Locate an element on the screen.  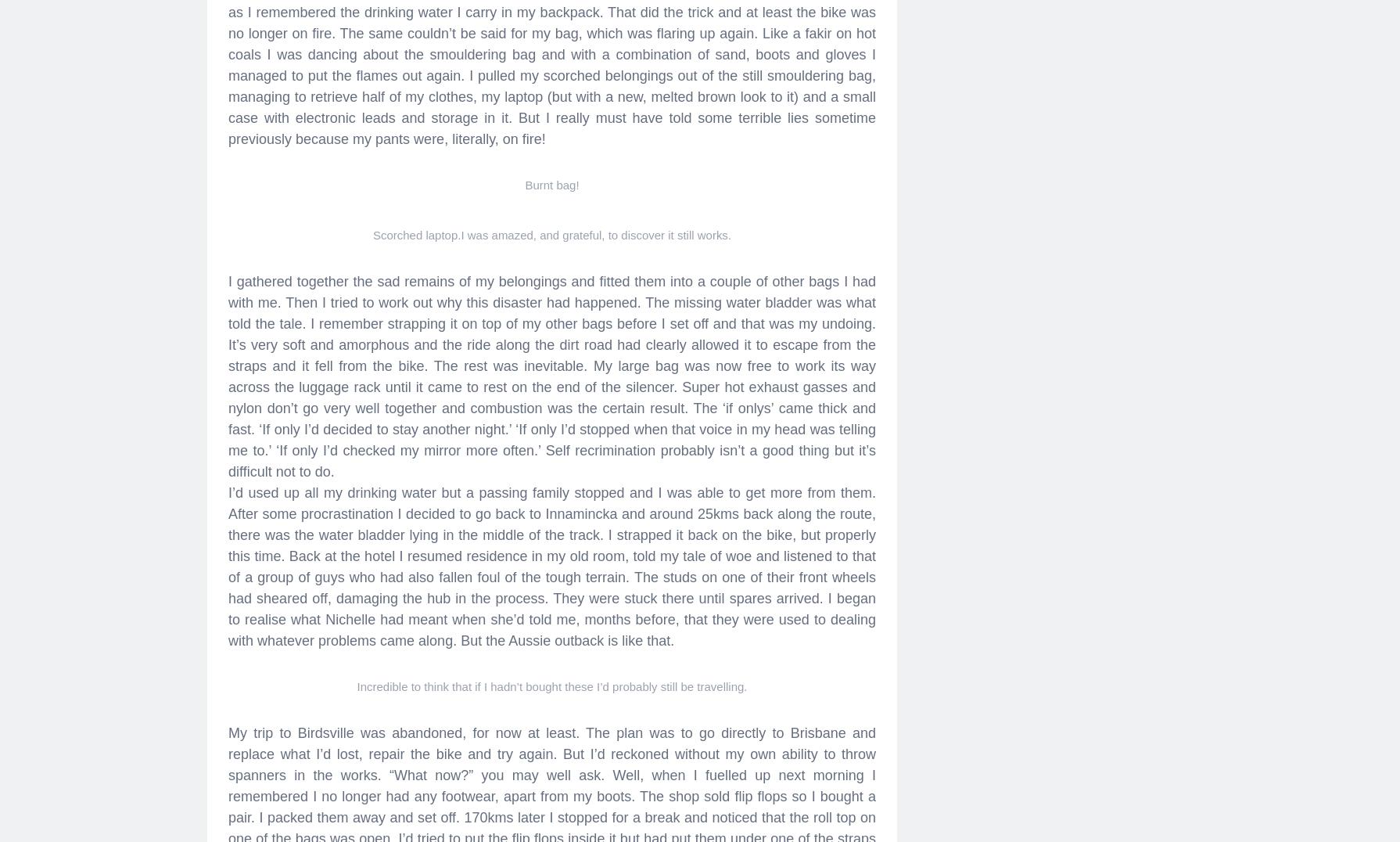
'“Stop now Geoff, you know you should. Look, there’s even some trees you could use to shelter from the sun.”' is located at coordinates (551, 136).